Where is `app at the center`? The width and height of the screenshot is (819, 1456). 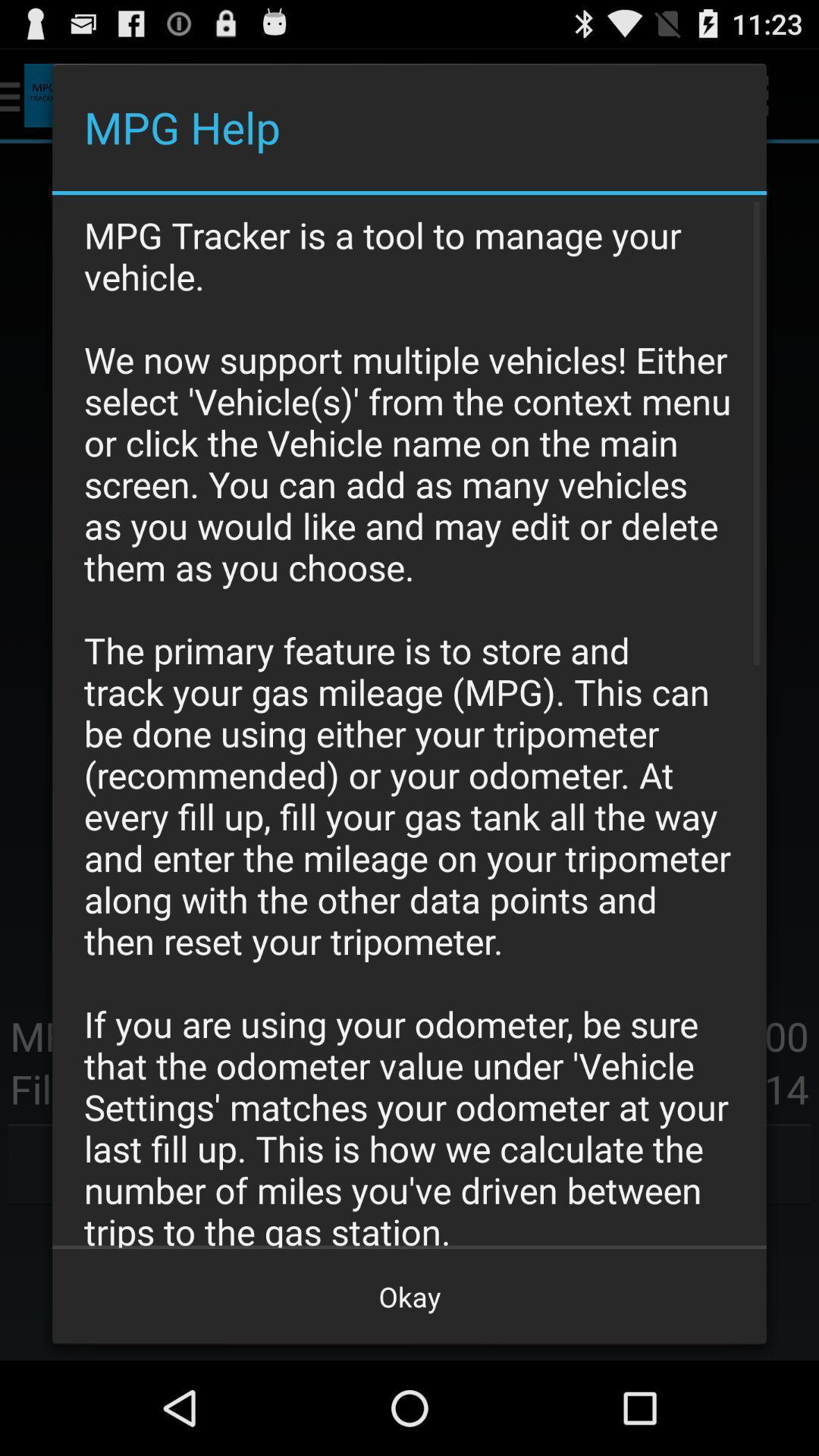
app at the center is located at coordinates (409, 720).